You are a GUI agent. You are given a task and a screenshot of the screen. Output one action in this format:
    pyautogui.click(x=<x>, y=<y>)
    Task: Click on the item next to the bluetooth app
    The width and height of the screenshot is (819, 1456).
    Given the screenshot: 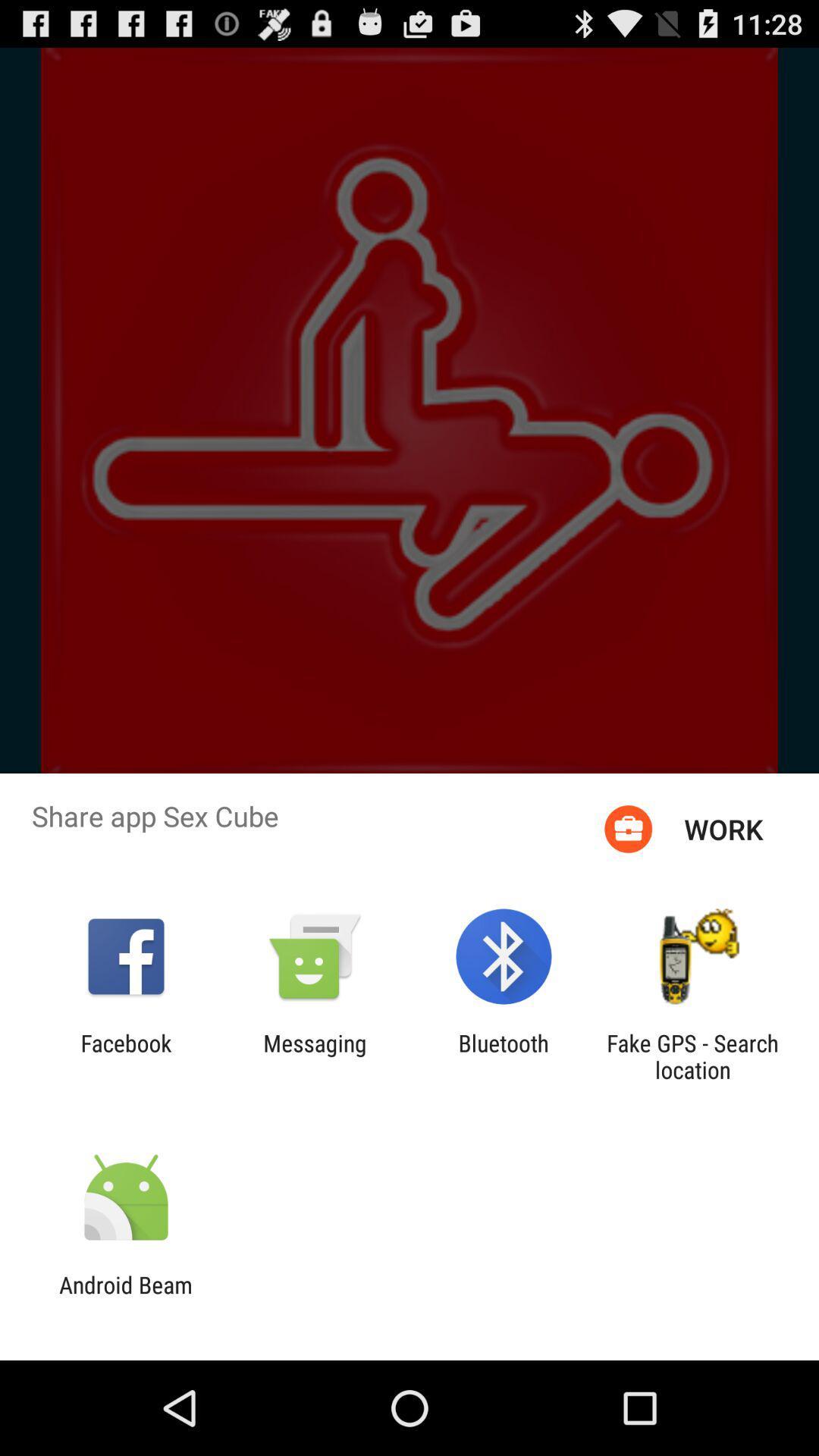 What is the action you would take?
    pyautogui.click(x=314, y=1056)
    